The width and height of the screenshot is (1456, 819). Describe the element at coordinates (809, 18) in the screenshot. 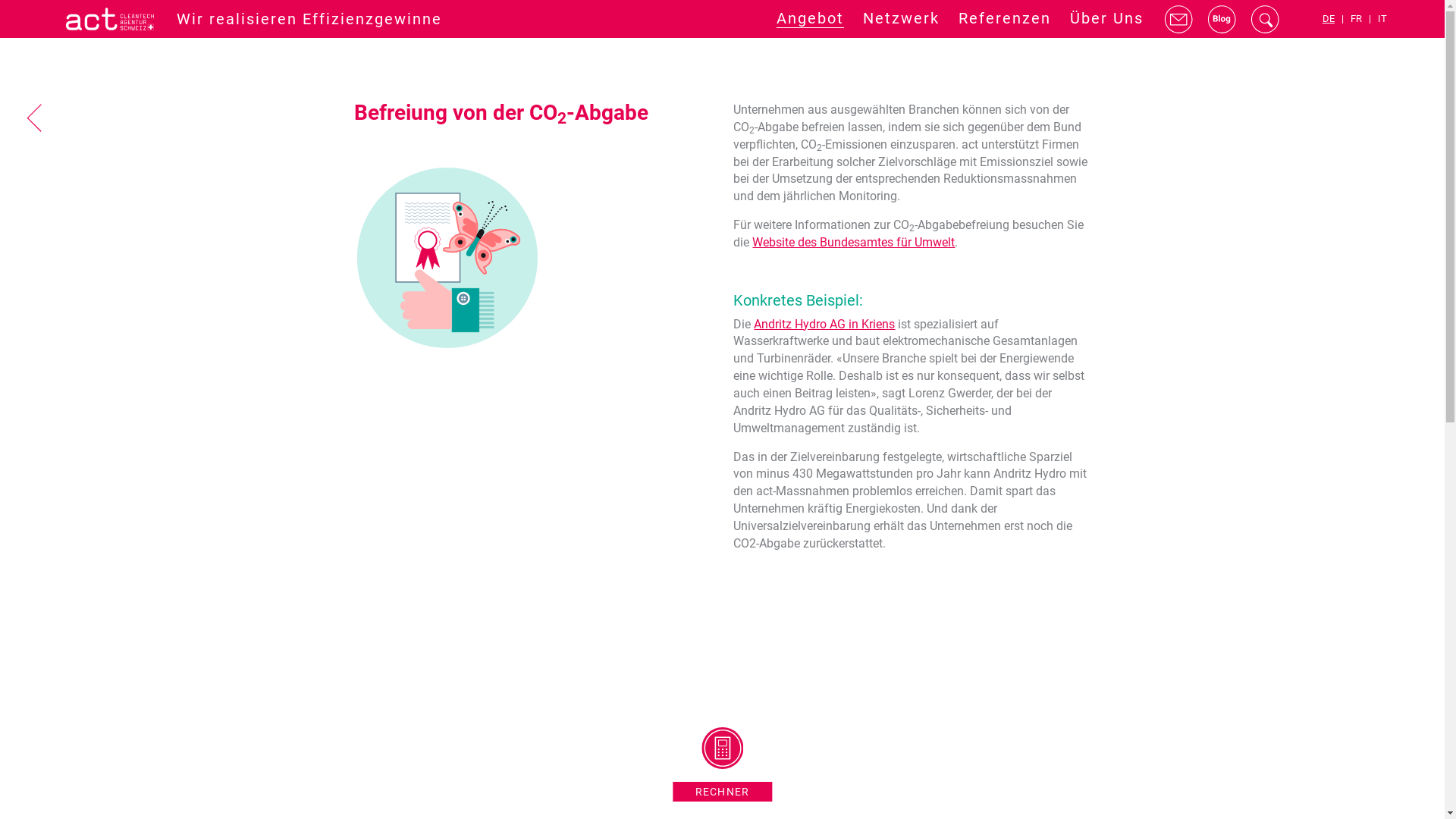

I see `'Angebot'` at that location.